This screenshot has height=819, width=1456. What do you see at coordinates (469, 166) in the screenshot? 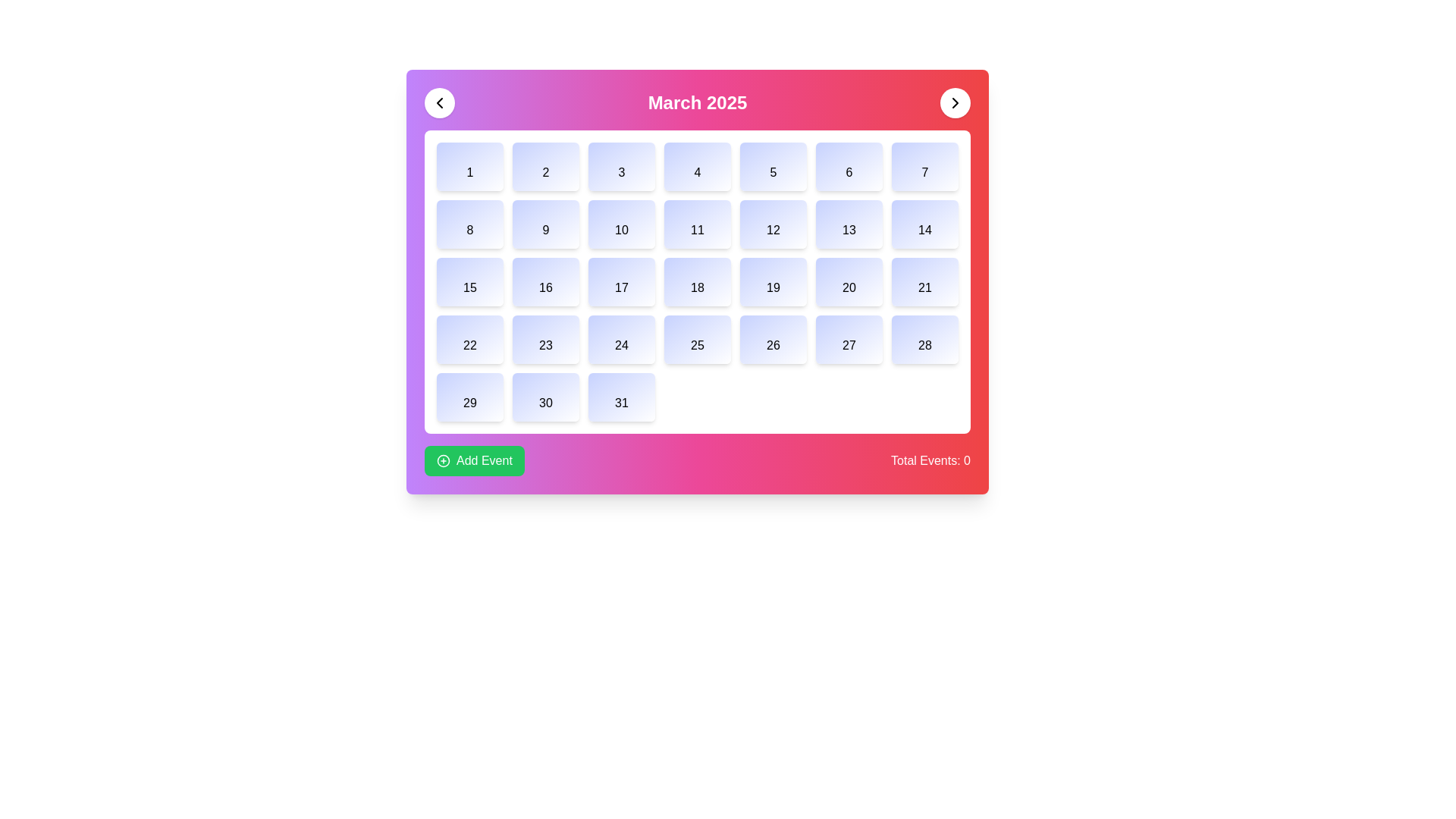
I see `the label representing the first day of March 2025 in the calendar grid, located at the top-left corner of the grid layout` at bounding box center [469, 166].